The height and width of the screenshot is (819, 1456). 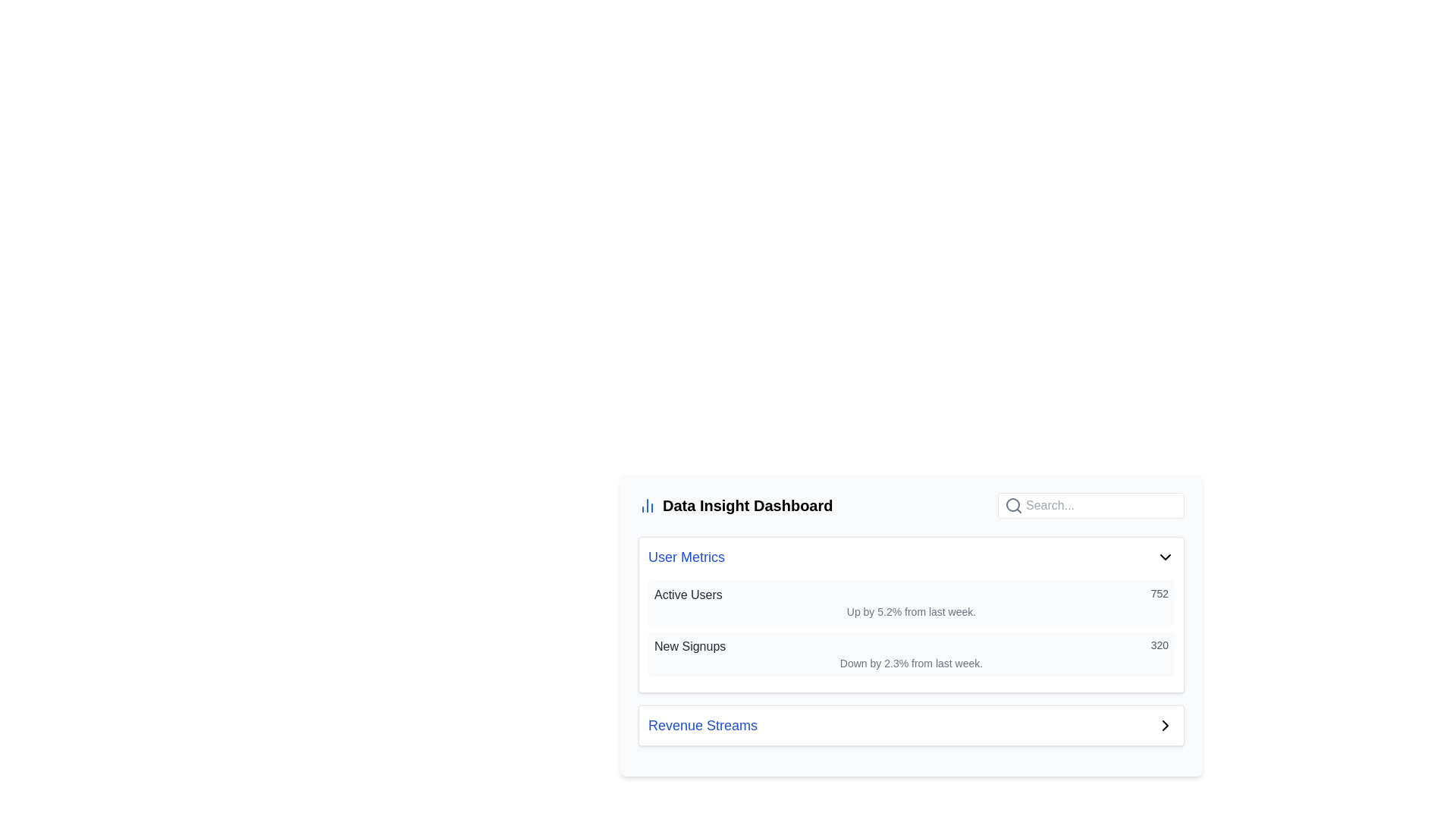 What do you see at coordinates (1164, 724) in the screenshot?
I see `the navigation icon located on the far right of the 'Revenue Streams' bar to possibly trigger highlighting` at bounding box center [1164, 724].